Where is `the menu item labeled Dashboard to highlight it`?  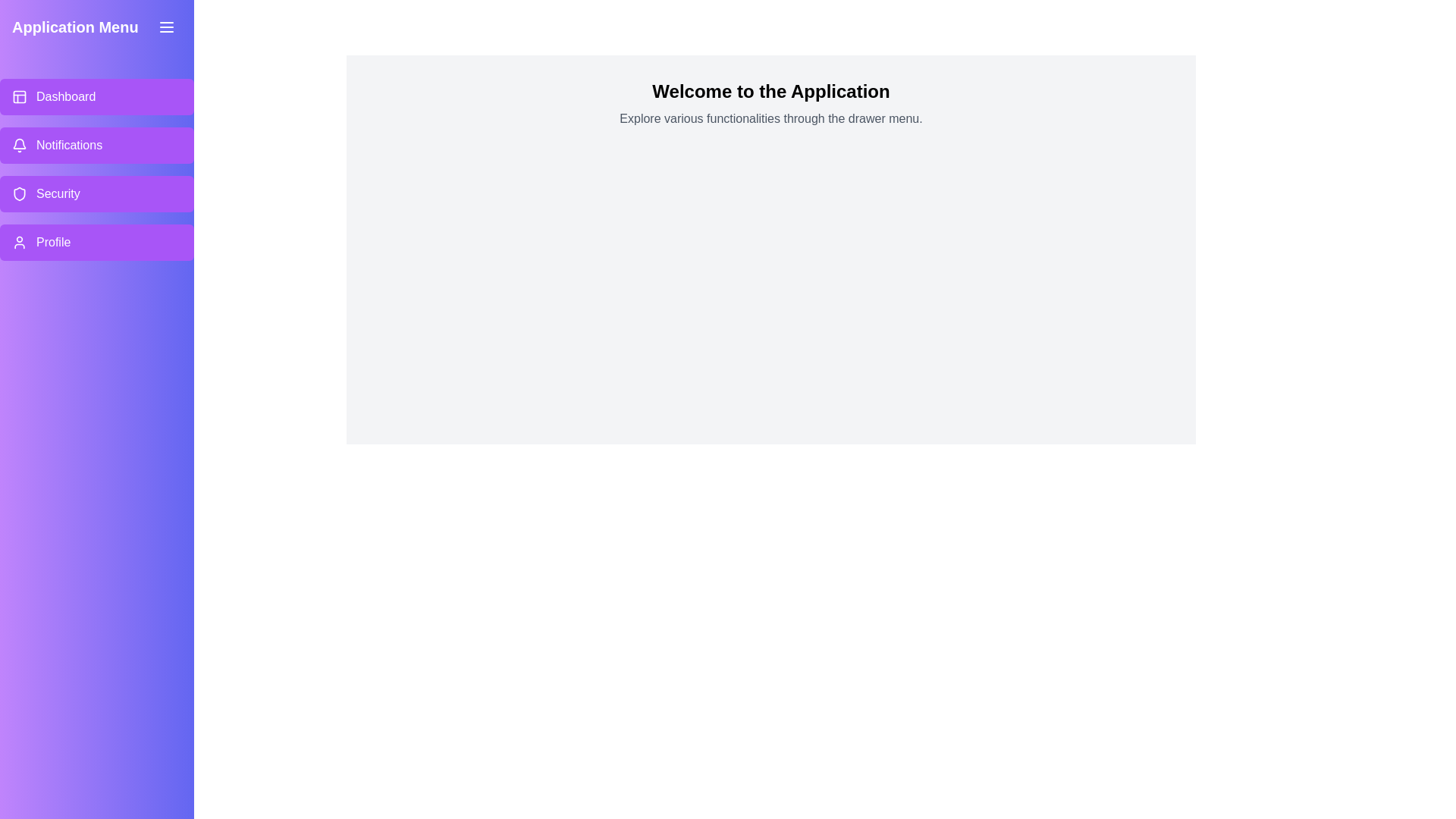 the menu item labeled Dashboard to highlight it is located at coordinates (96, 96).